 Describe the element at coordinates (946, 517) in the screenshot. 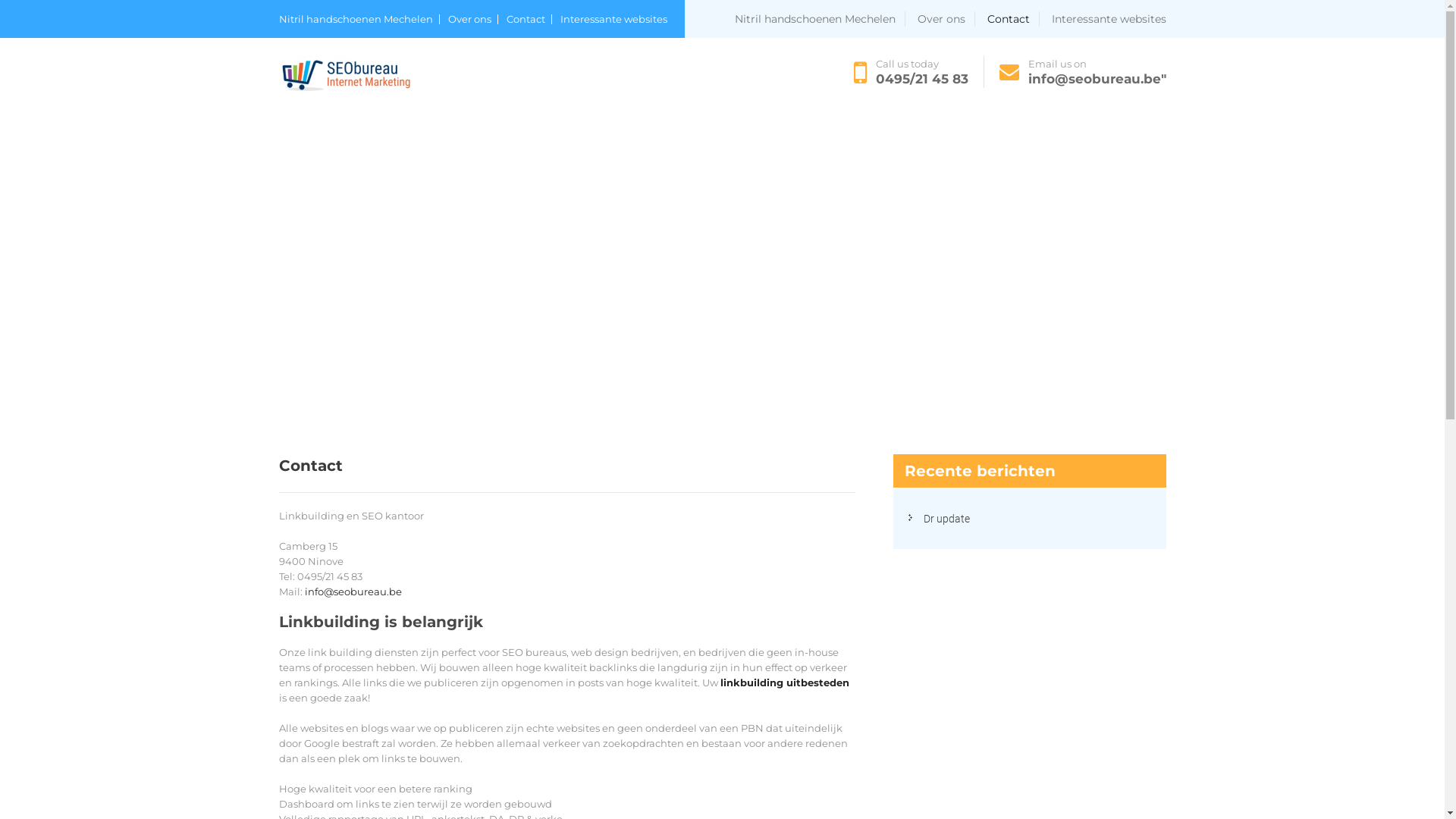

I see `'Dr update'` at that location.